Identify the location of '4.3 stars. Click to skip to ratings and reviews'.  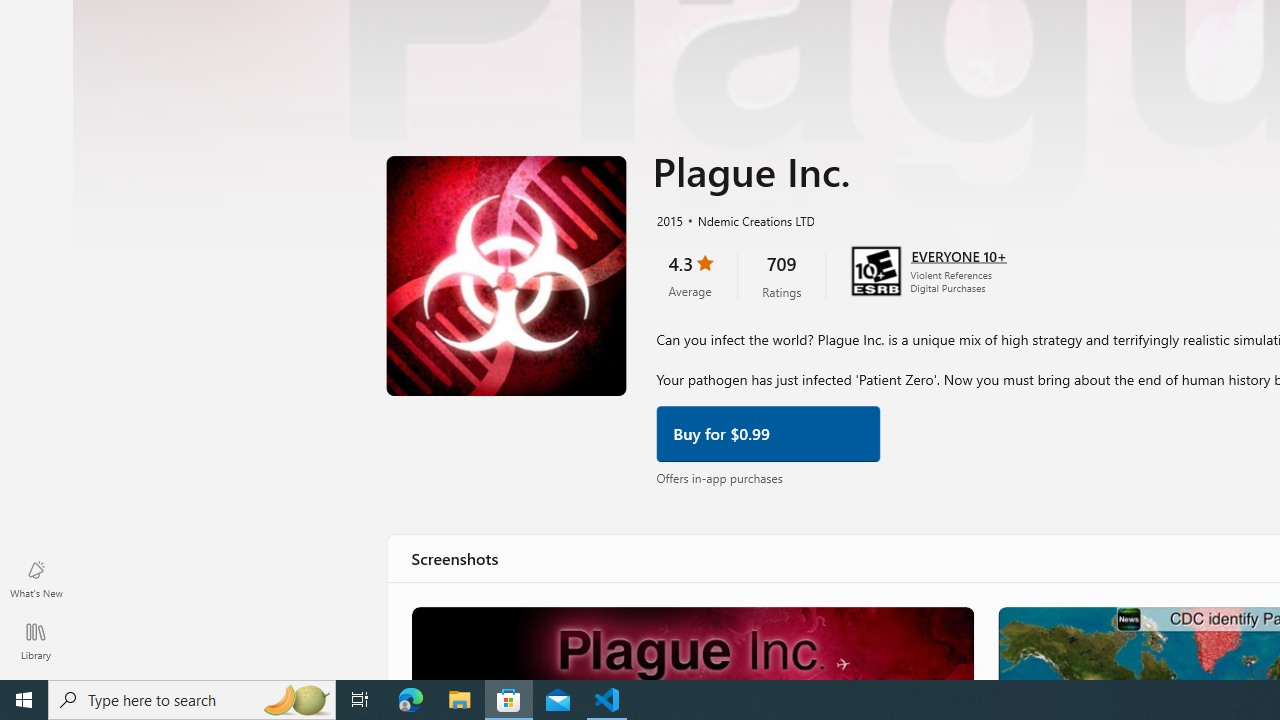
(689, 273).